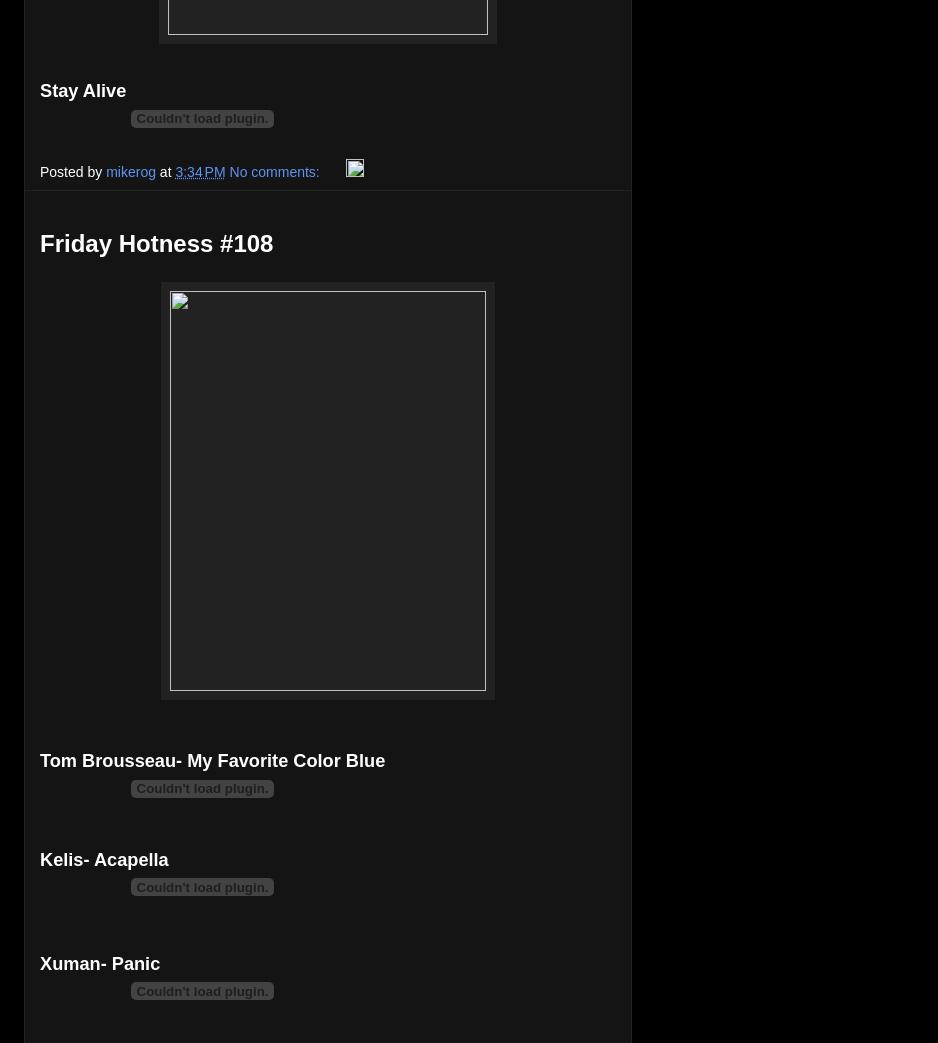 The height and width of the screenshot is (1043, 938). Describe the element at coordinates (129, 170) in the screenshot. I see `'mikerog'` at that location.